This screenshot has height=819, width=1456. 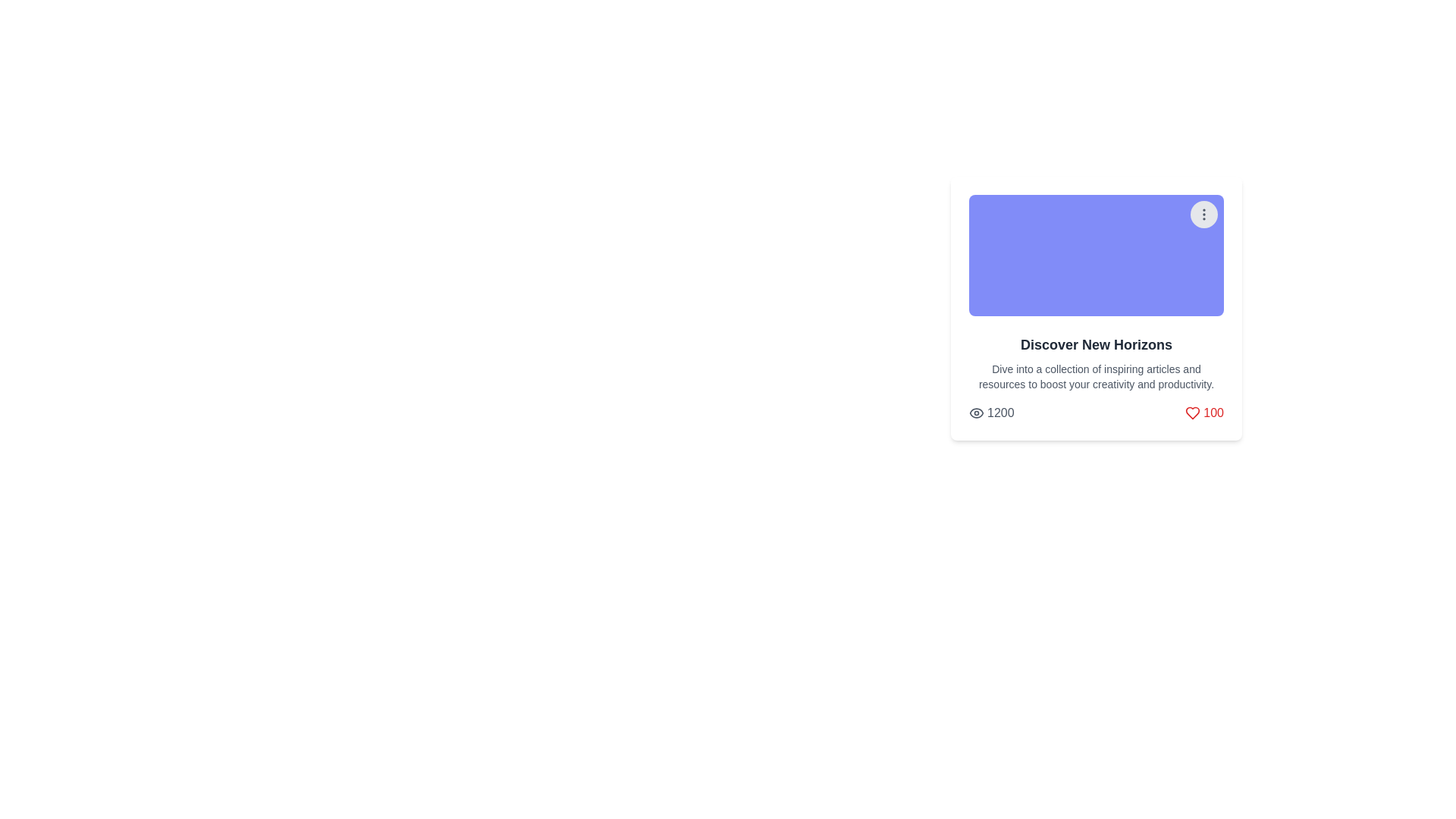 What do you see at coordinates (1192, 413) in the screenshot?
I see `the heart-shaped icon outlined in red that represents a 'favorite' or 'like' action, located next to the text '100' in the bottom right corner of the card interface` at bounding box center [1192, 413].